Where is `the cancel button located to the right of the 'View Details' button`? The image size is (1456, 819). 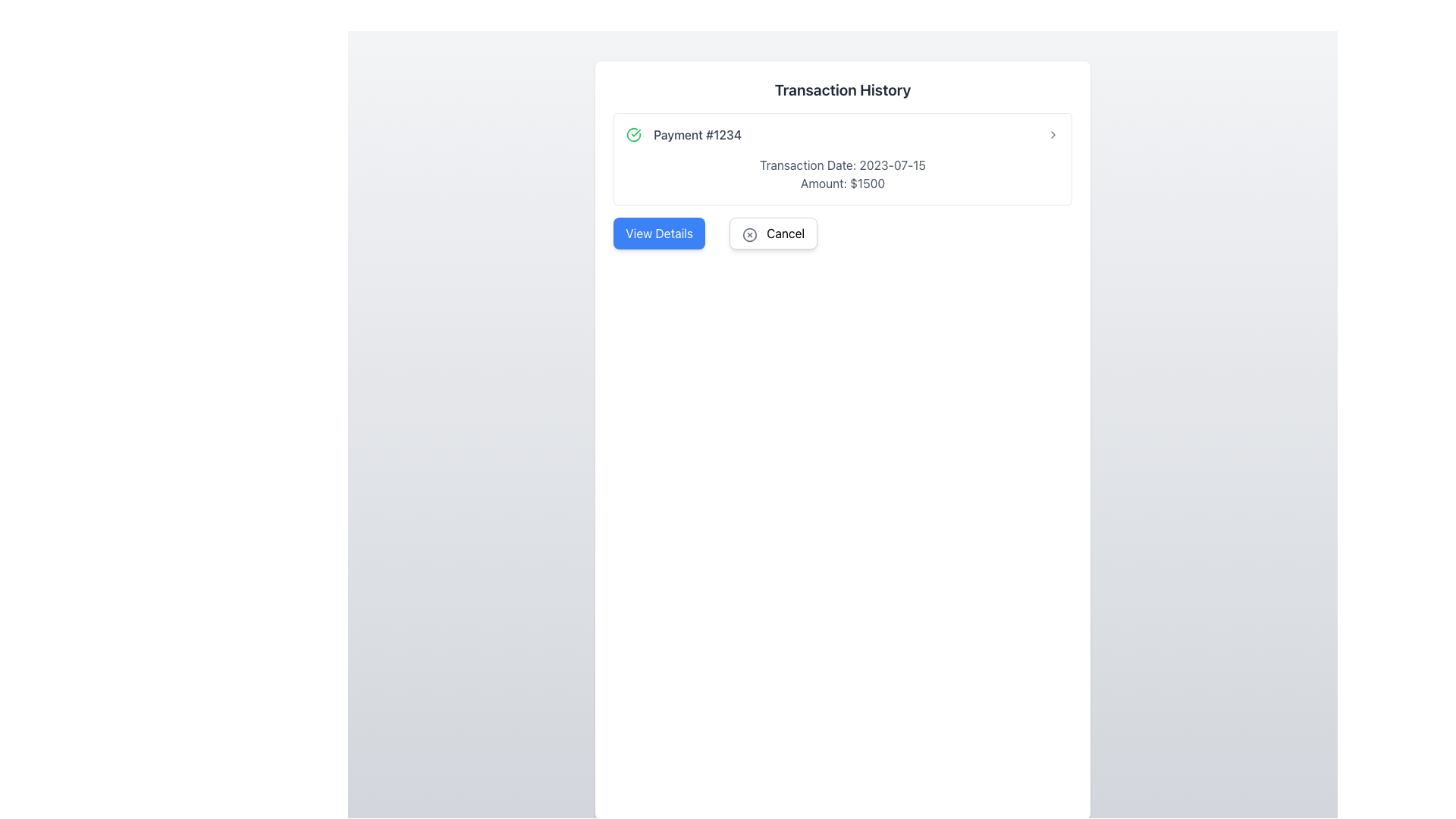 the cancel button located to the right of the 'View Details' button is located at coordinates (773, 234).